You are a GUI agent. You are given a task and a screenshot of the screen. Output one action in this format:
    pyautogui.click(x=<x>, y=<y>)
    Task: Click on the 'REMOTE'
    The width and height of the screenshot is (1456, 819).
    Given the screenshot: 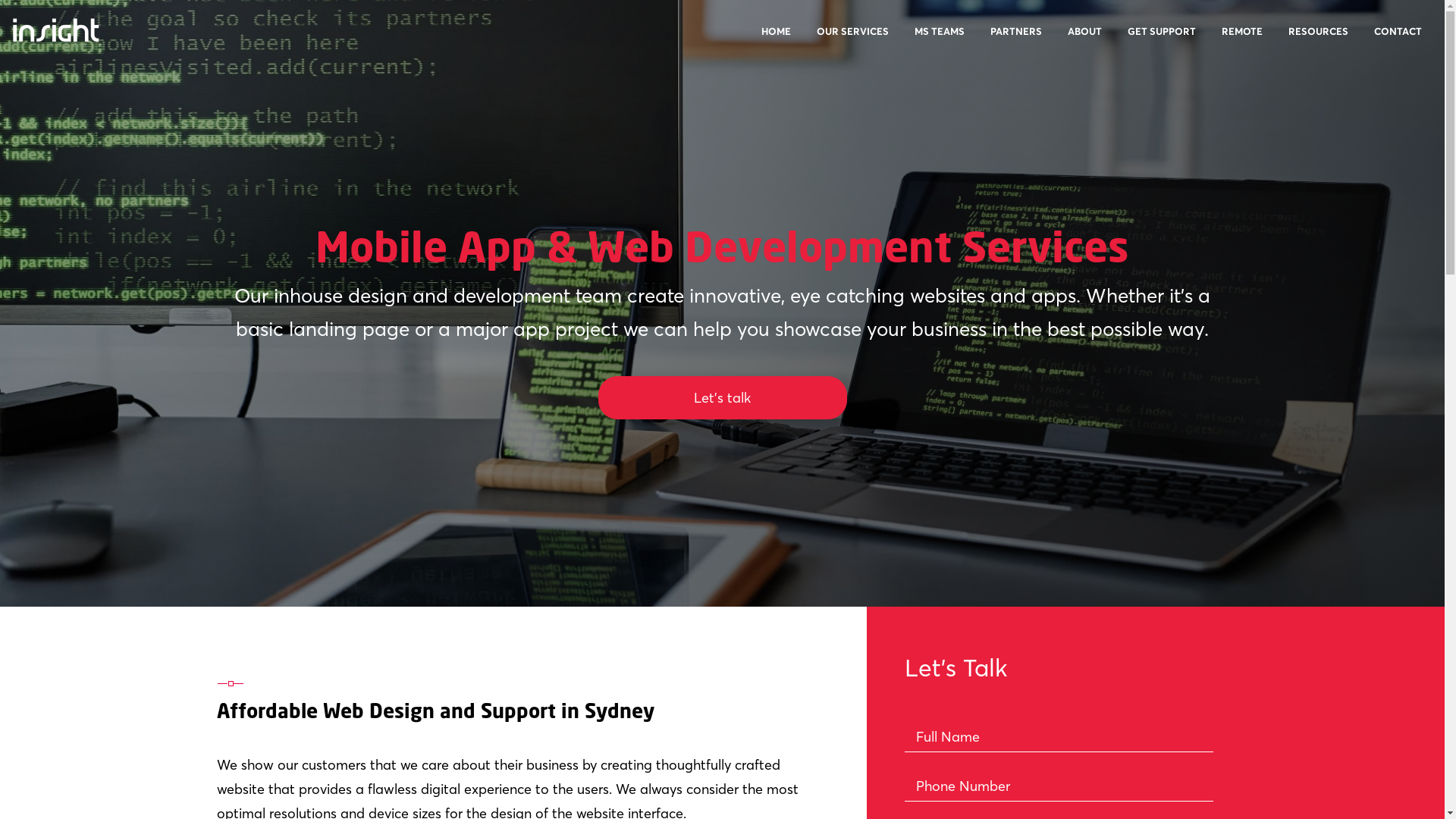 What is the action you would take?
    pyautogui.click(x=1210, y=39)
    